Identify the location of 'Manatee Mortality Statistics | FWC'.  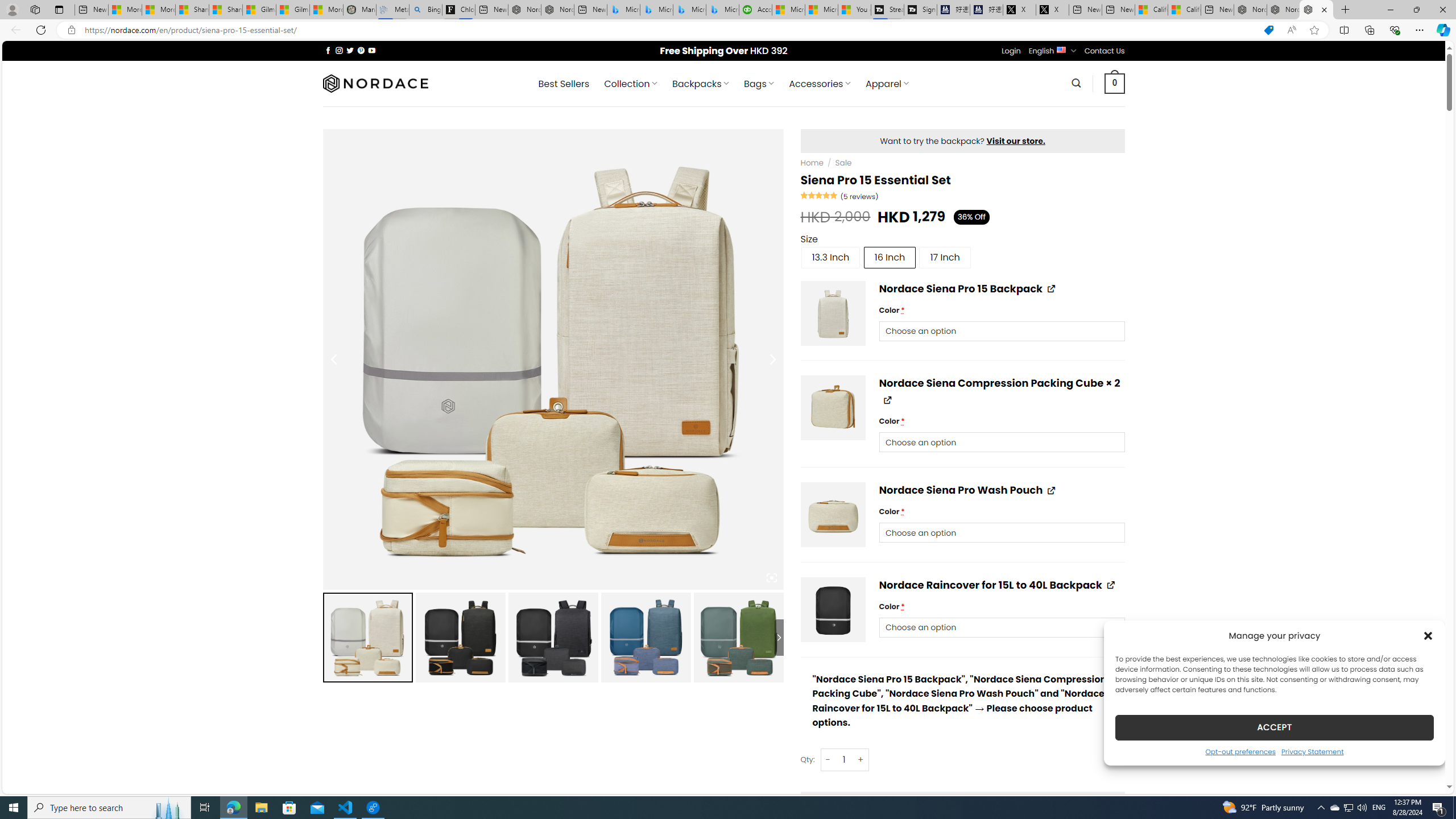
(359, 9).